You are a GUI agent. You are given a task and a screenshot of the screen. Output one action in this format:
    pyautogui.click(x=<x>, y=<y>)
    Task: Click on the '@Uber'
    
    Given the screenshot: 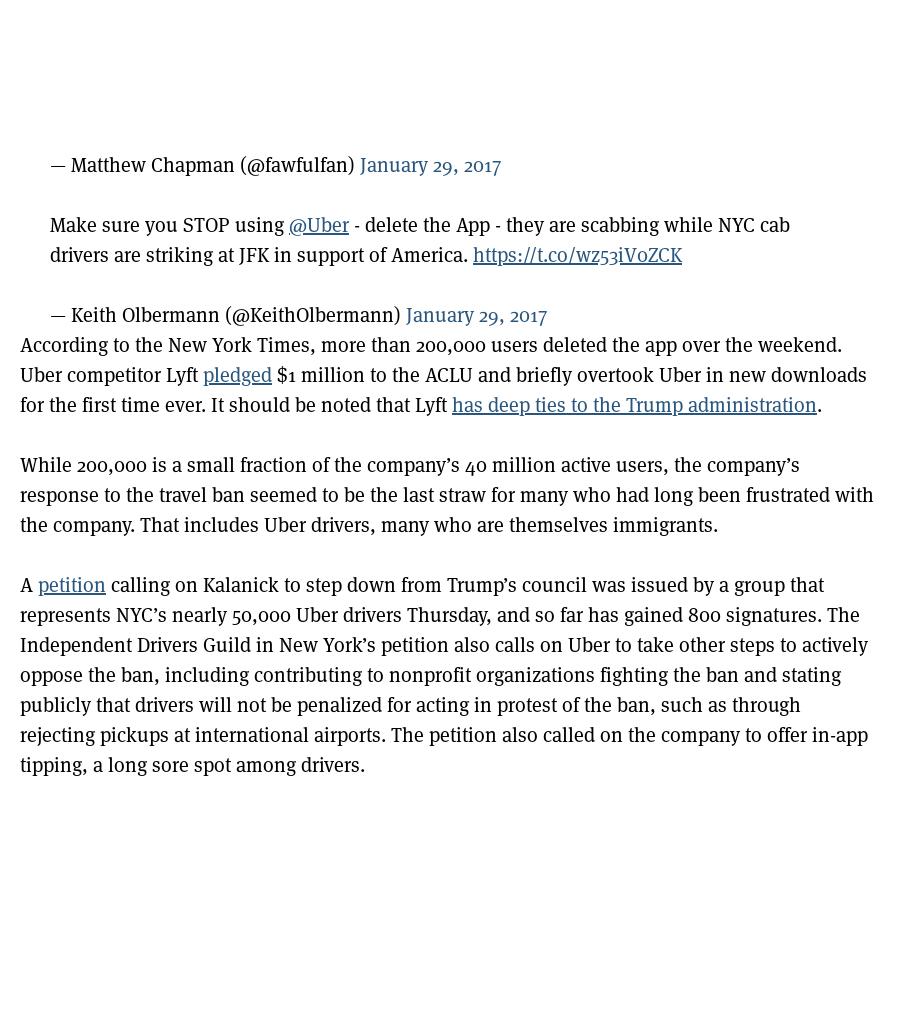 What is the action you would take?
    pyautogui.click(x=317, y=224)
    